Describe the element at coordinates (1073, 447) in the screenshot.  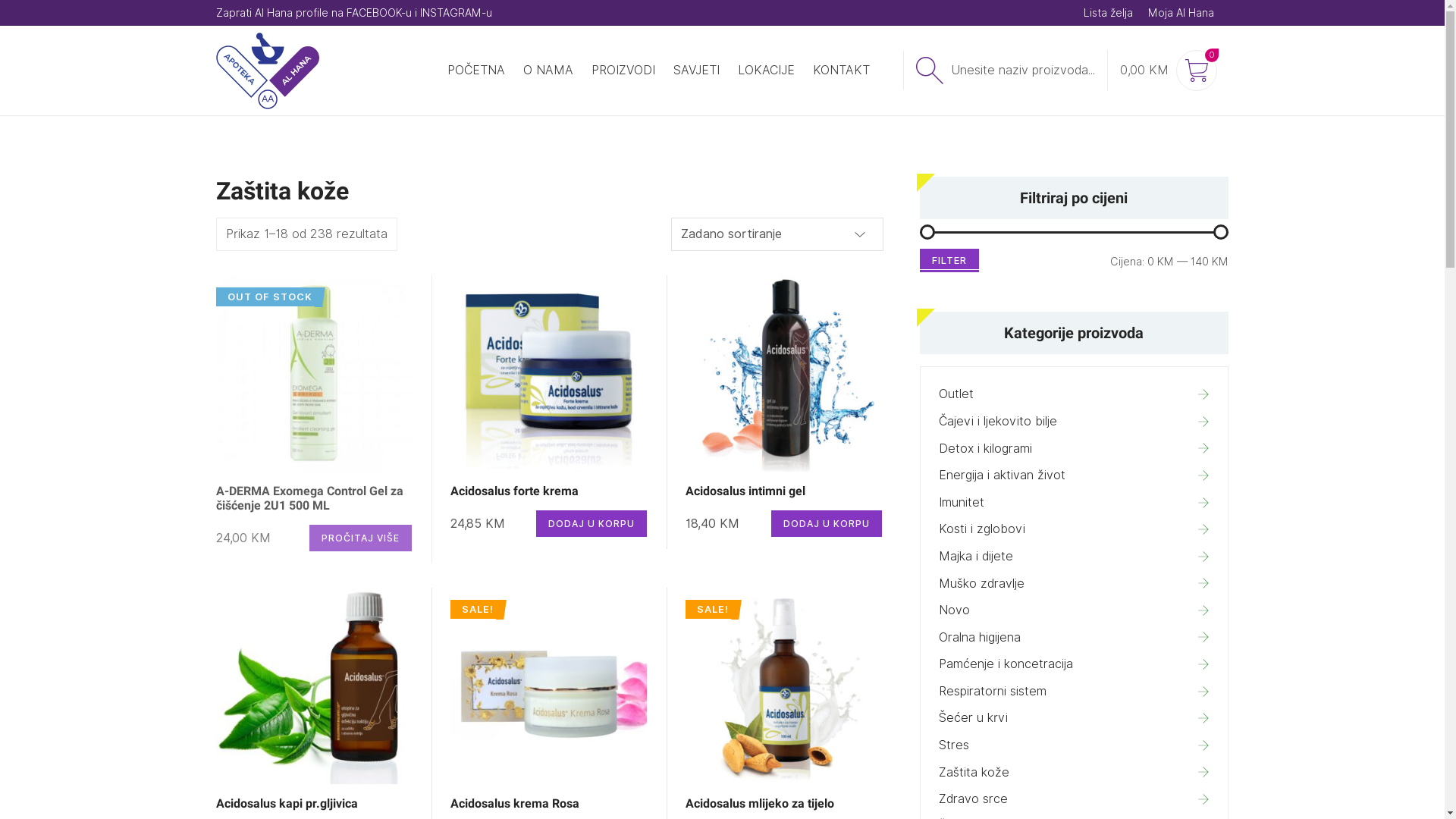
I see `'Detox i kilogrami'` at that location.